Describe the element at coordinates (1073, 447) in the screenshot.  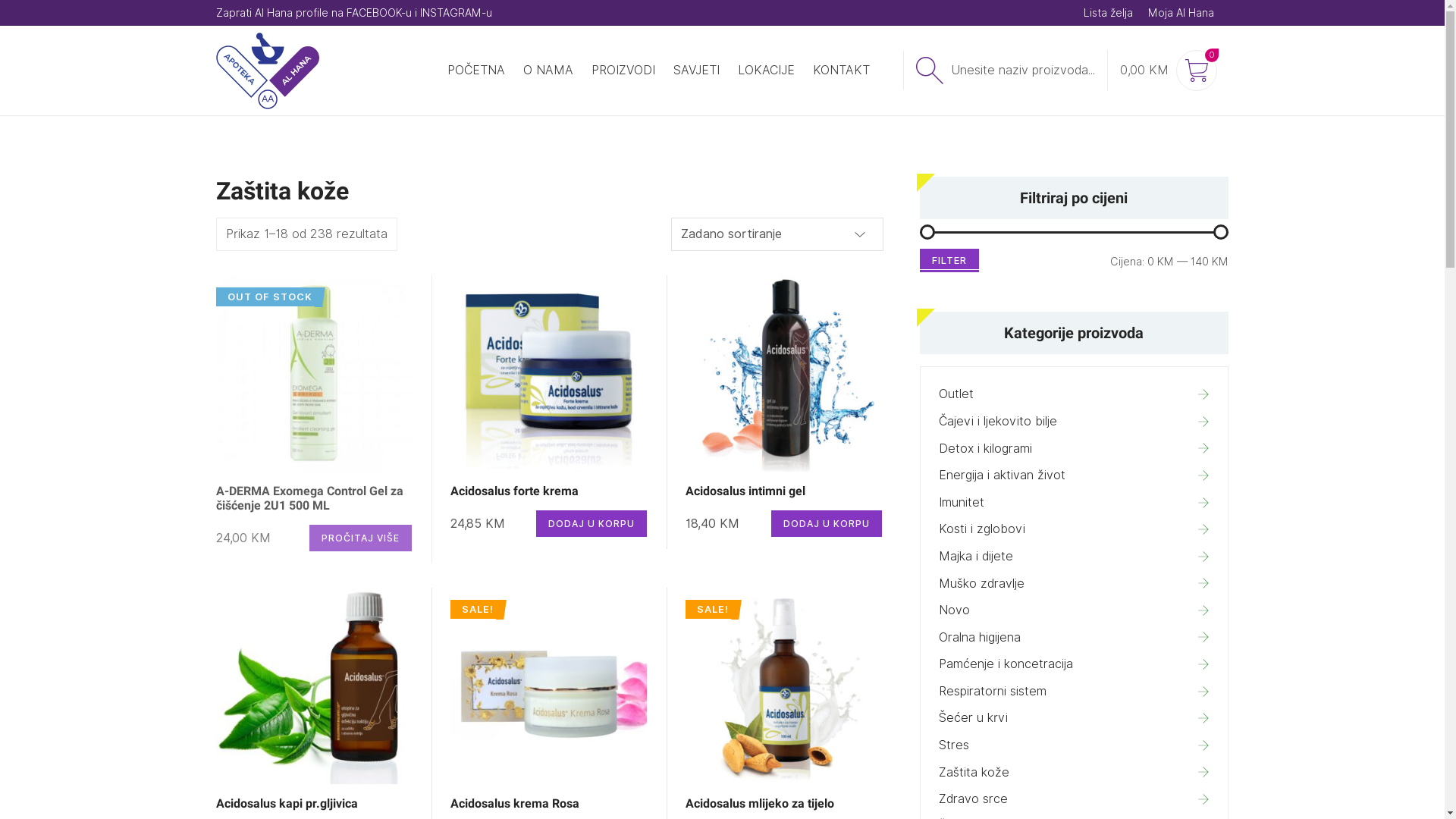
I see `'Detox i kilogrami'` at that location.